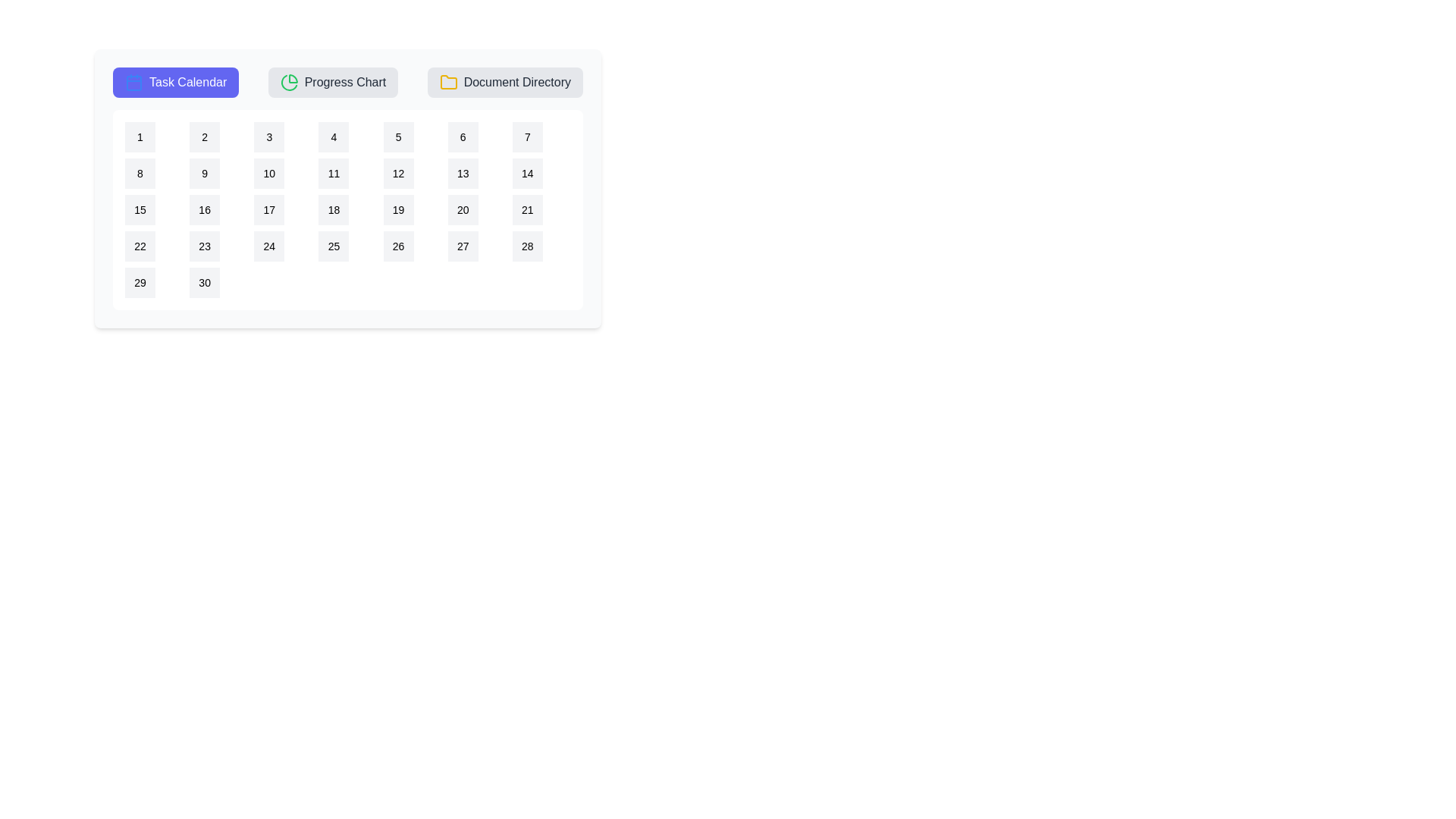  Describe the element at coordinates (527, 172) in the screenshot. I see `the calendar date 14` at that location.